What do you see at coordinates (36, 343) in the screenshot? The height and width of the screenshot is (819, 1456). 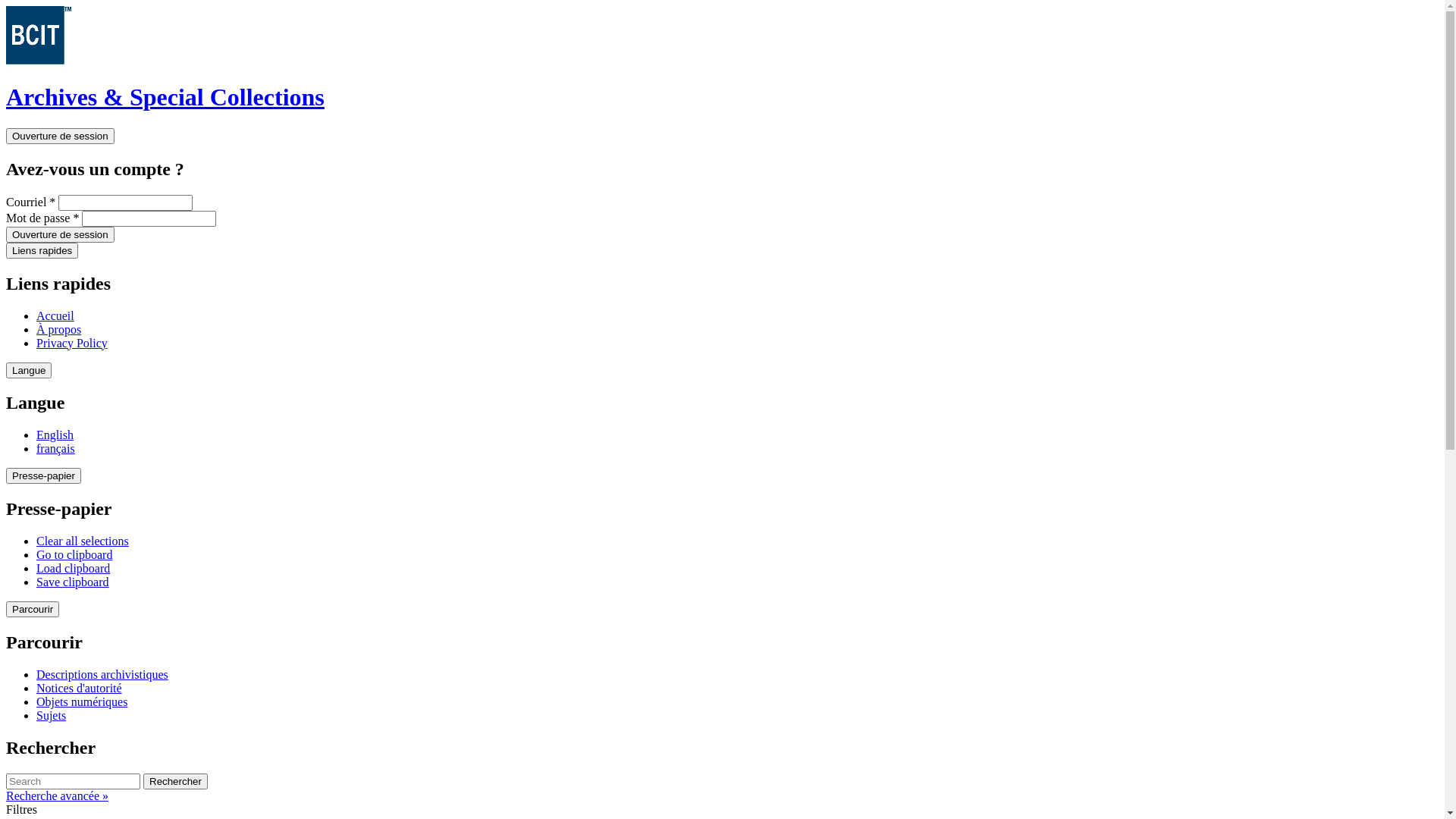 I see `'Privacy Policy'` at bounding box center [36, 343].